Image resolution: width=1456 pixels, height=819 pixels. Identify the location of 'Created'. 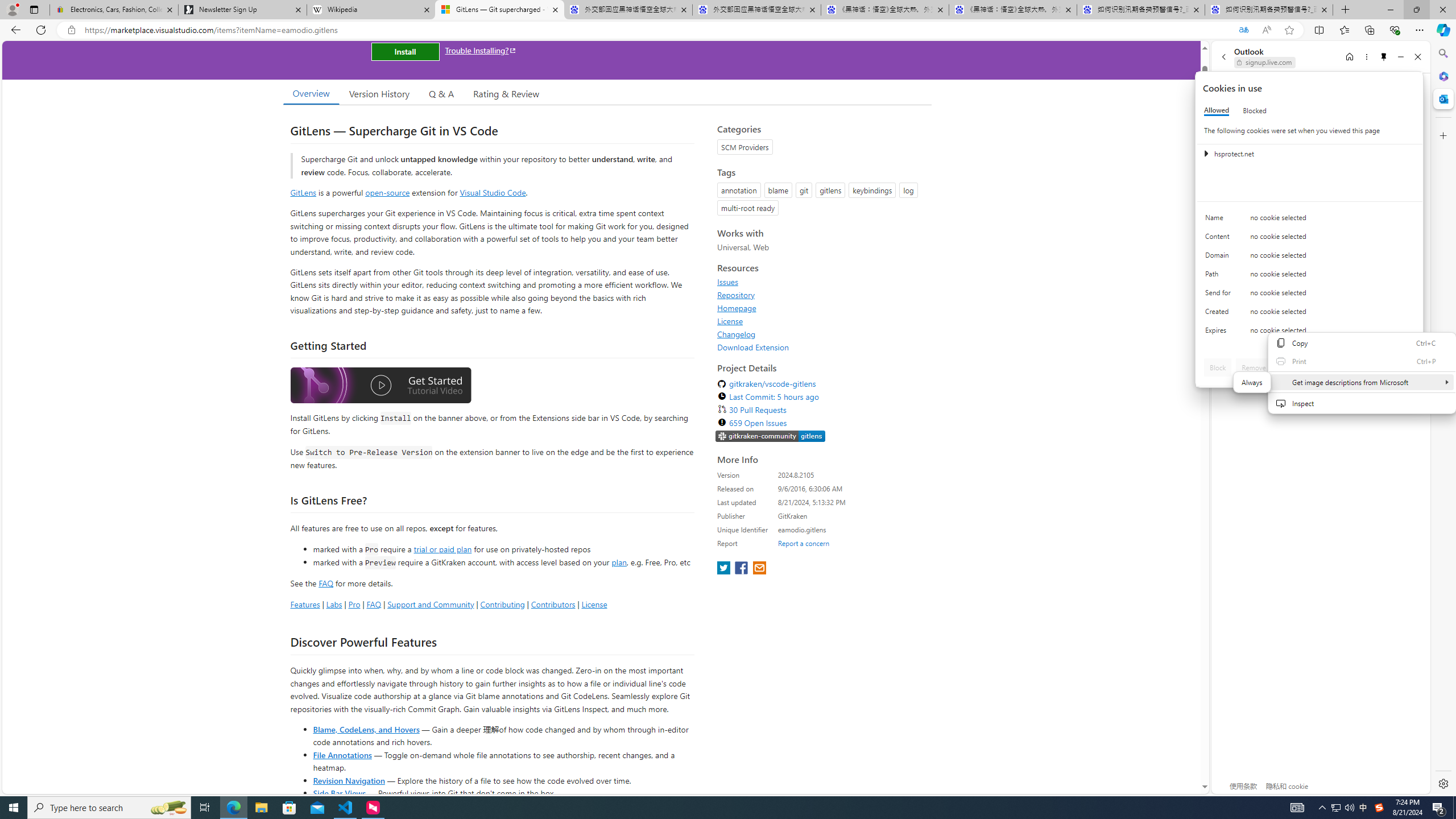
(1219, 313).